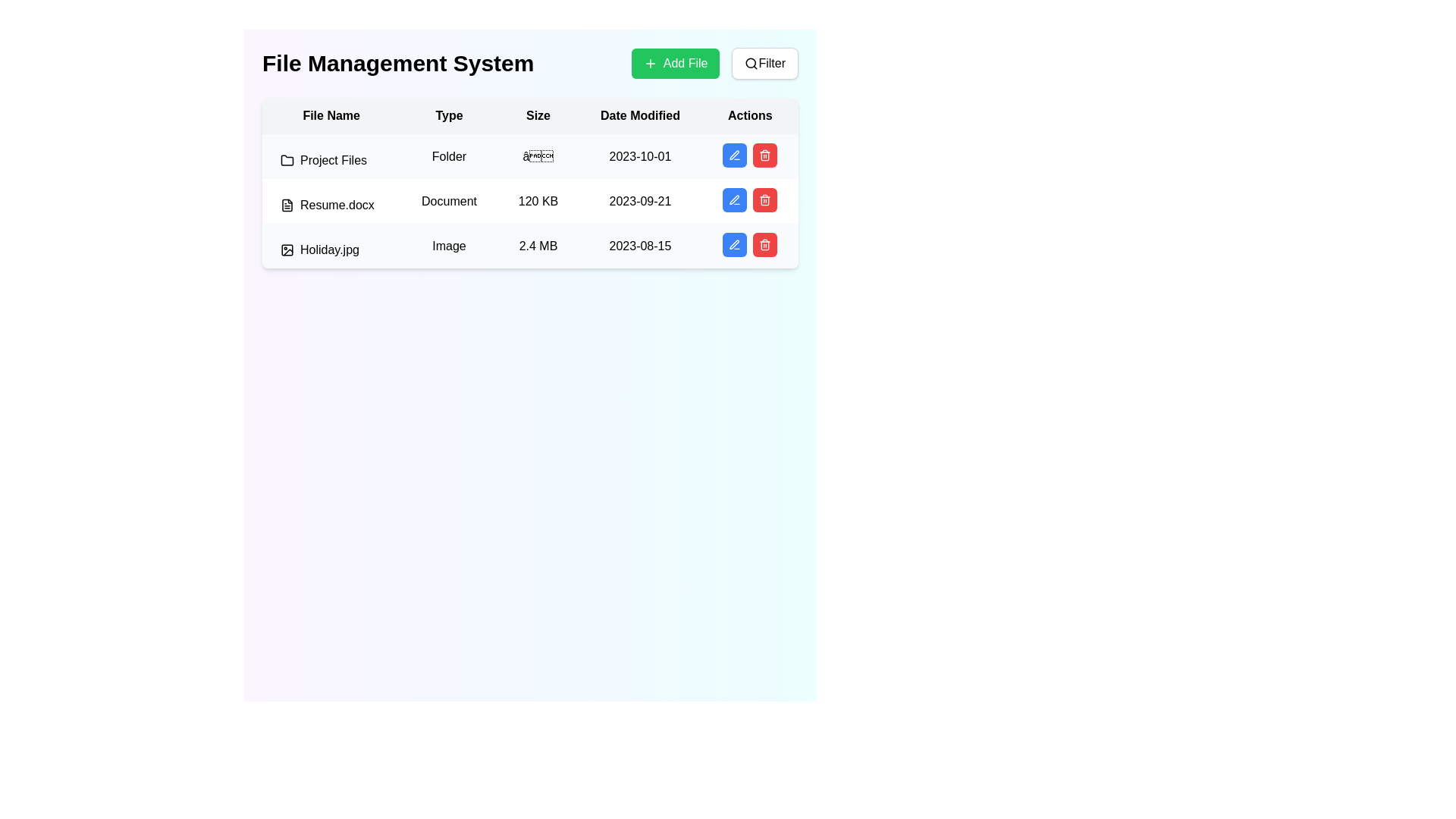 This screenshot has width=1456, height=819. Describe the element at coordinates (331, 161) in the screenshot. I see `the 'Project Files' folder item` at that location.